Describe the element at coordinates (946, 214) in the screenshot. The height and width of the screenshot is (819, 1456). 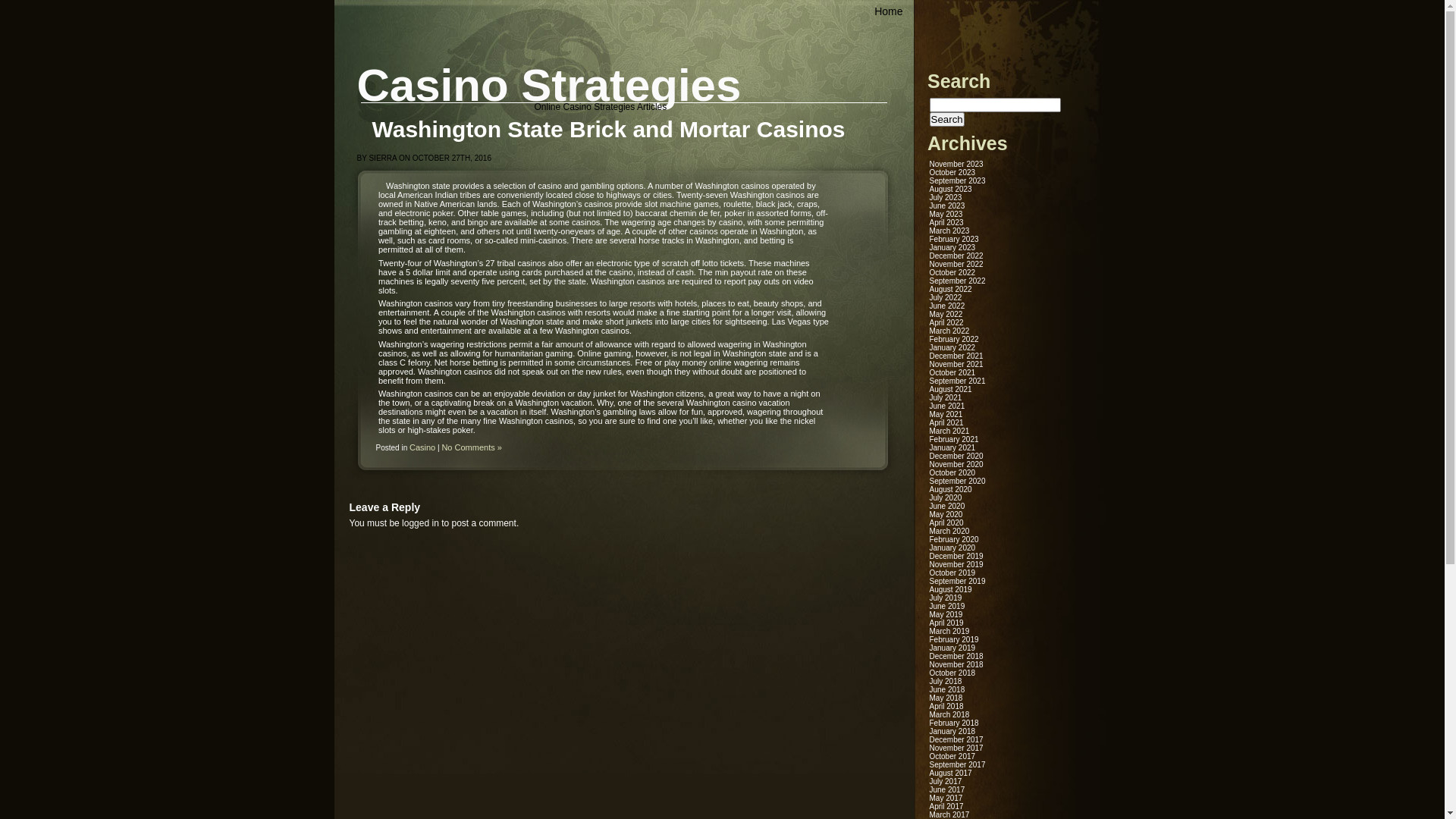
I see `'May 2023'` at that location.